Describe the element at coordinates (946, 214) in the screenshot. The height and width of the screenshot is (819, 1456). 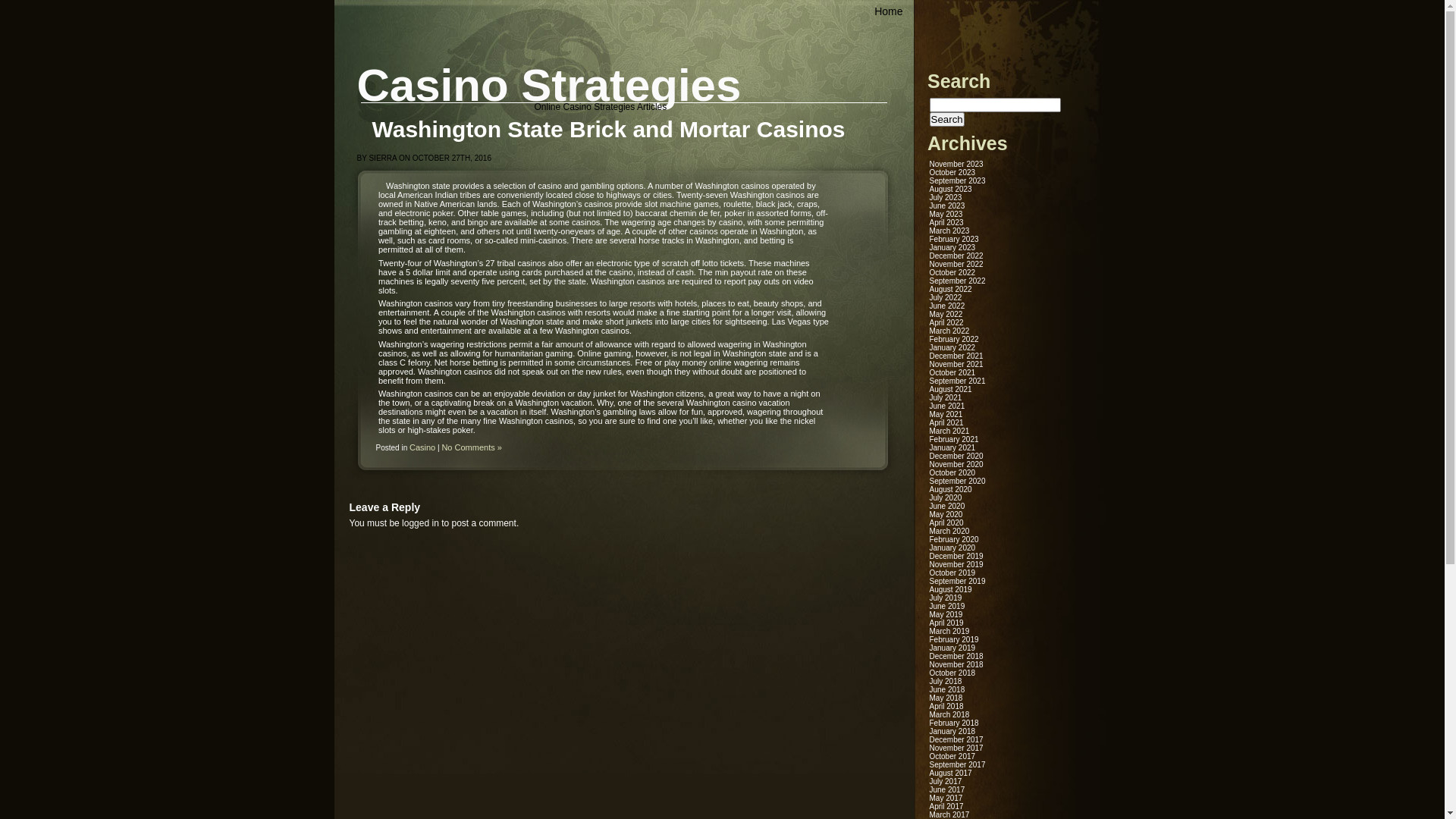
I see `'May 2023'` at that location.